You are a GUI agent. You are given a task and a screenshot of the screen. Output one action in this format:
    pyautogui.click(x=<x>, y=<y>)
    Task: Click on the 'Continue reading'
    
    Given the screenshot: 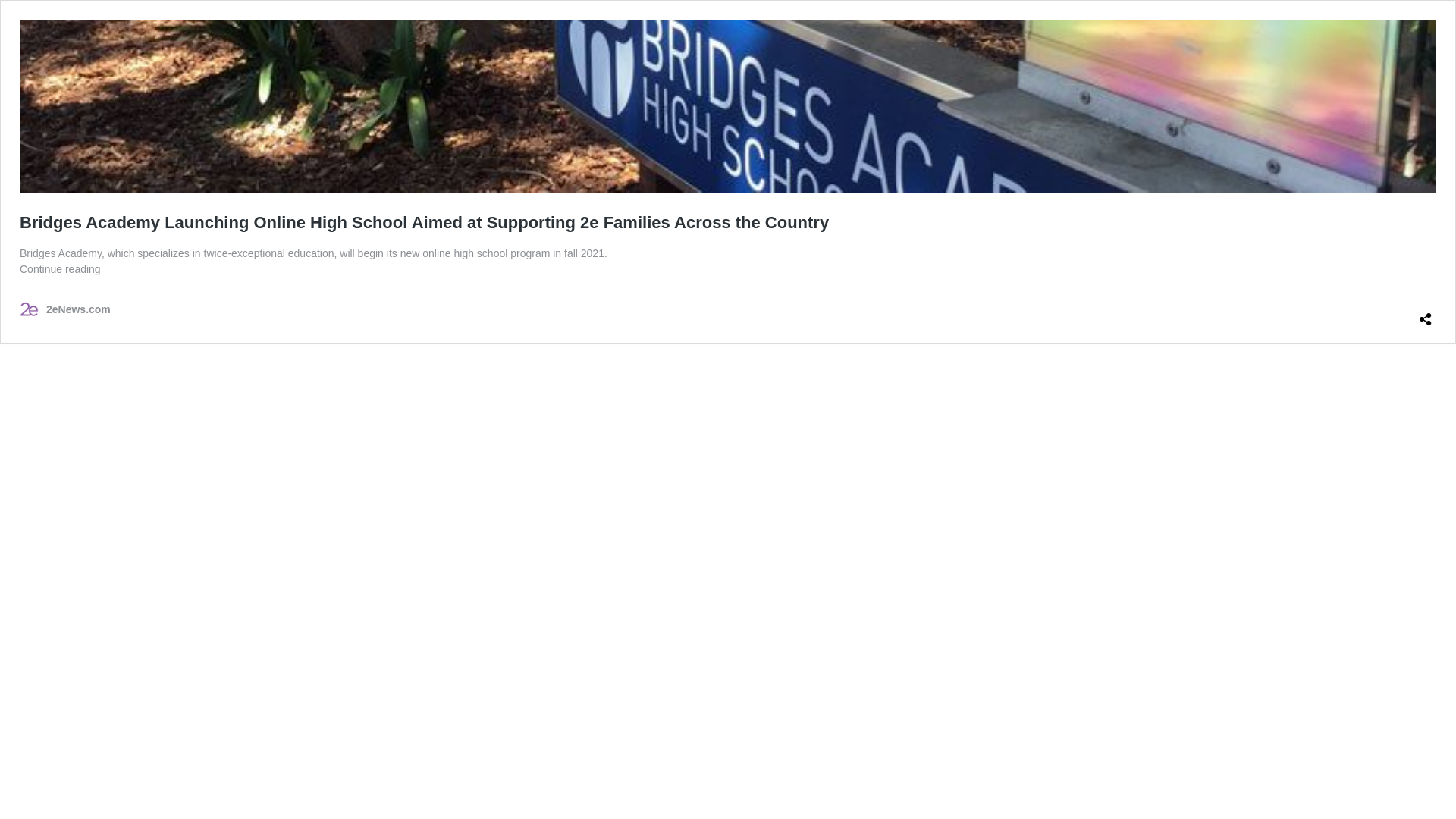 What is the action you would take?
    pyautogui.click(x=60, y=268)
    